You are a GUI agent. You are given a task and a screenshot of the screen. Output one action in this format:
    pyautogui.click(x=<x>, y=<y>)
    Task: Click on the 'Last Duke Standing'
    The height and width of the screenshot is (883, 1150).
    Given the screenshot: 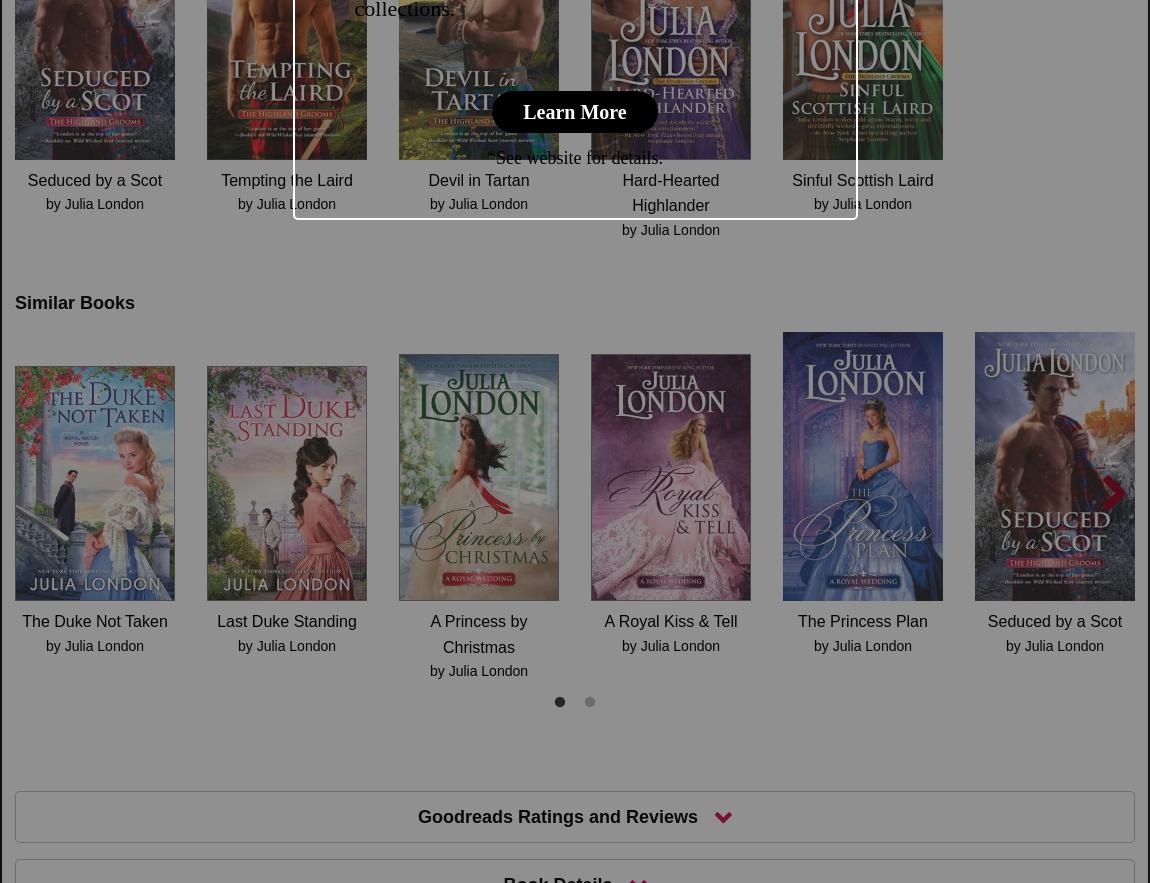 What is the action you would take?
    pyautogui.click(x=285, y=621)
    